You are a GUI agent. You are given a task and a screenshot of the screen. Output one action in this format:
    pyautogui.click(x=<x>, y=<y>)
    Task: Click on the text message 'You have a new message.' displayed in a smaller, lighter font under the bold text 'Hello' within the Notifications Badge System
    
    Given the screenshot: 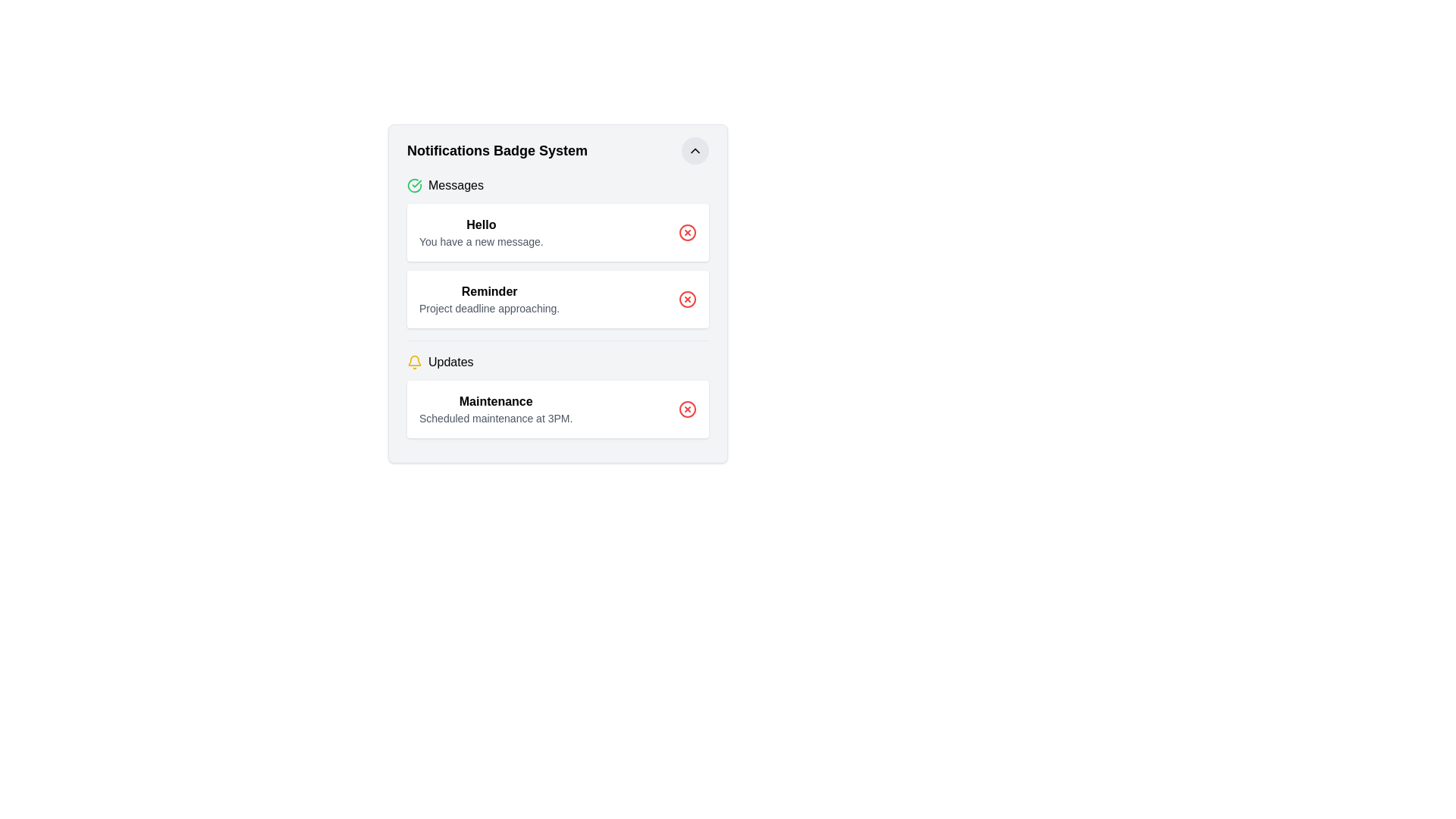 What is the action you would take?
    pyautogui.click(x=480, y=241)
    